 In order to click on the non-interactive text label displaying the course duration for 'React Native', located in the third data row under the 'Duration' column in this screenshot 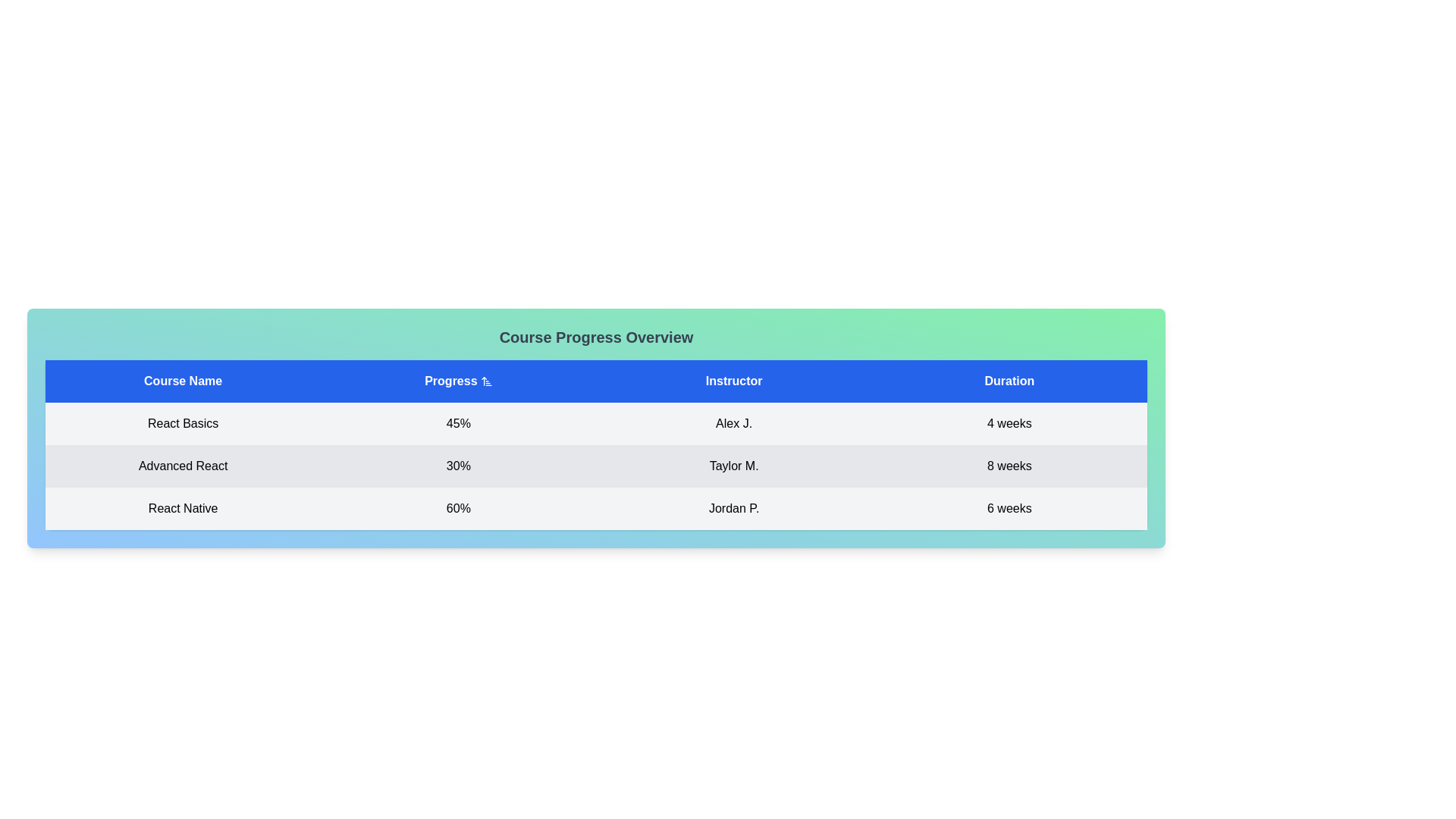, I will do `click(1009, 509)`.